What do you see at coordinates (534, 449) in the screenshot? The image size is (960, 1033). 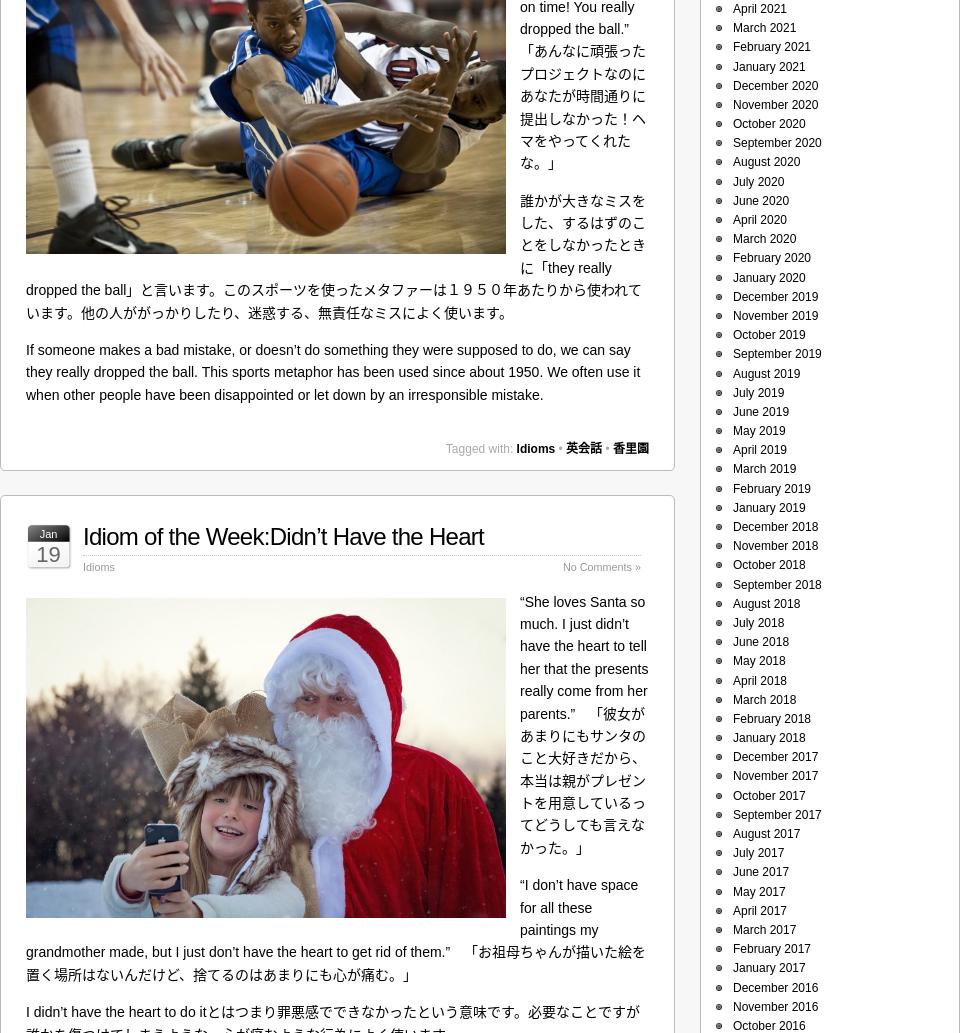 I see `'Idioms'` at bounding box center [534, 449].